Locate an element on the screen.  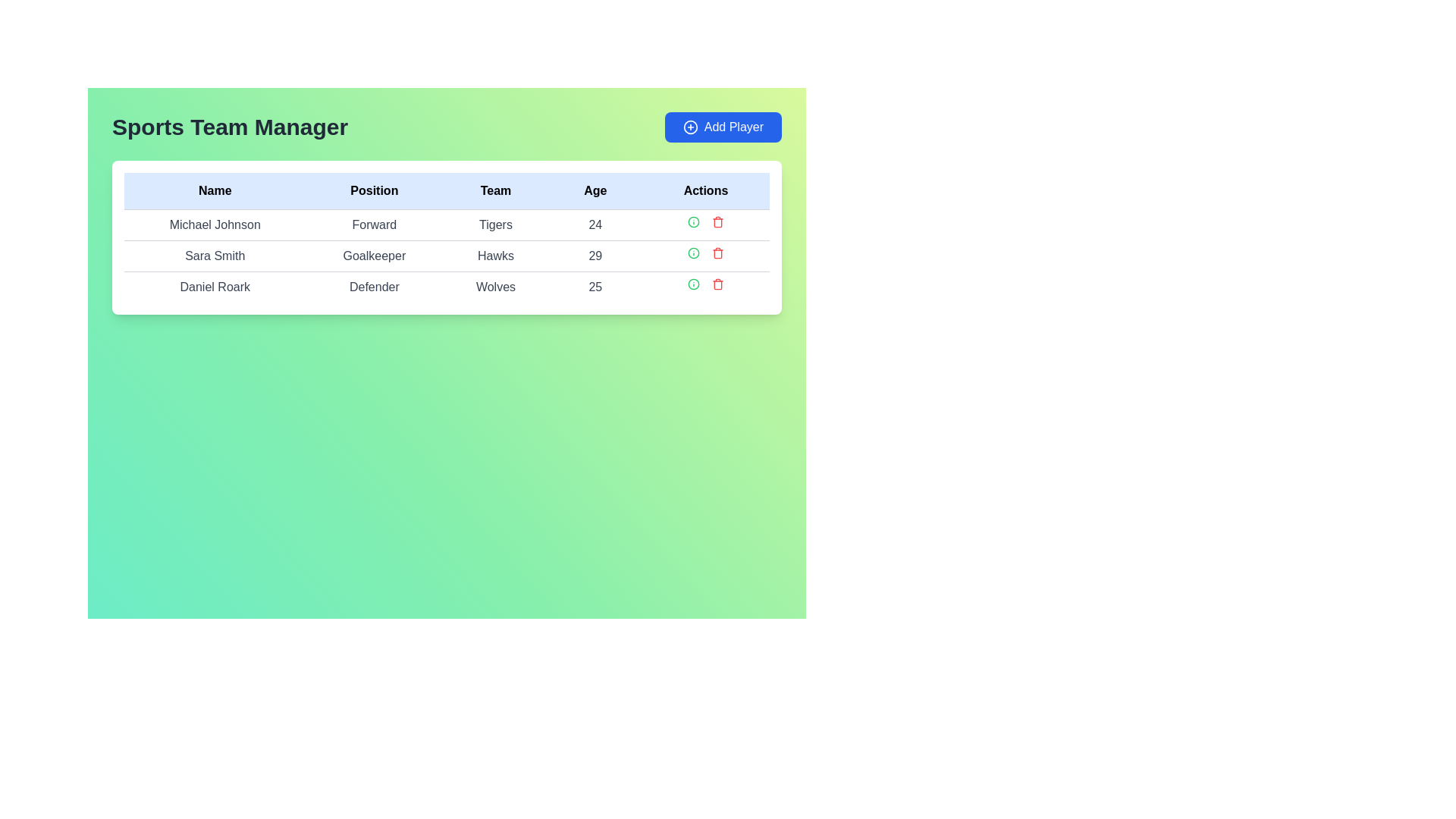
the actions of the circular component within the graphical icon that symbolizes adding a player, located to the left of the 'Add Player' button is located at coordinates (689, 127).